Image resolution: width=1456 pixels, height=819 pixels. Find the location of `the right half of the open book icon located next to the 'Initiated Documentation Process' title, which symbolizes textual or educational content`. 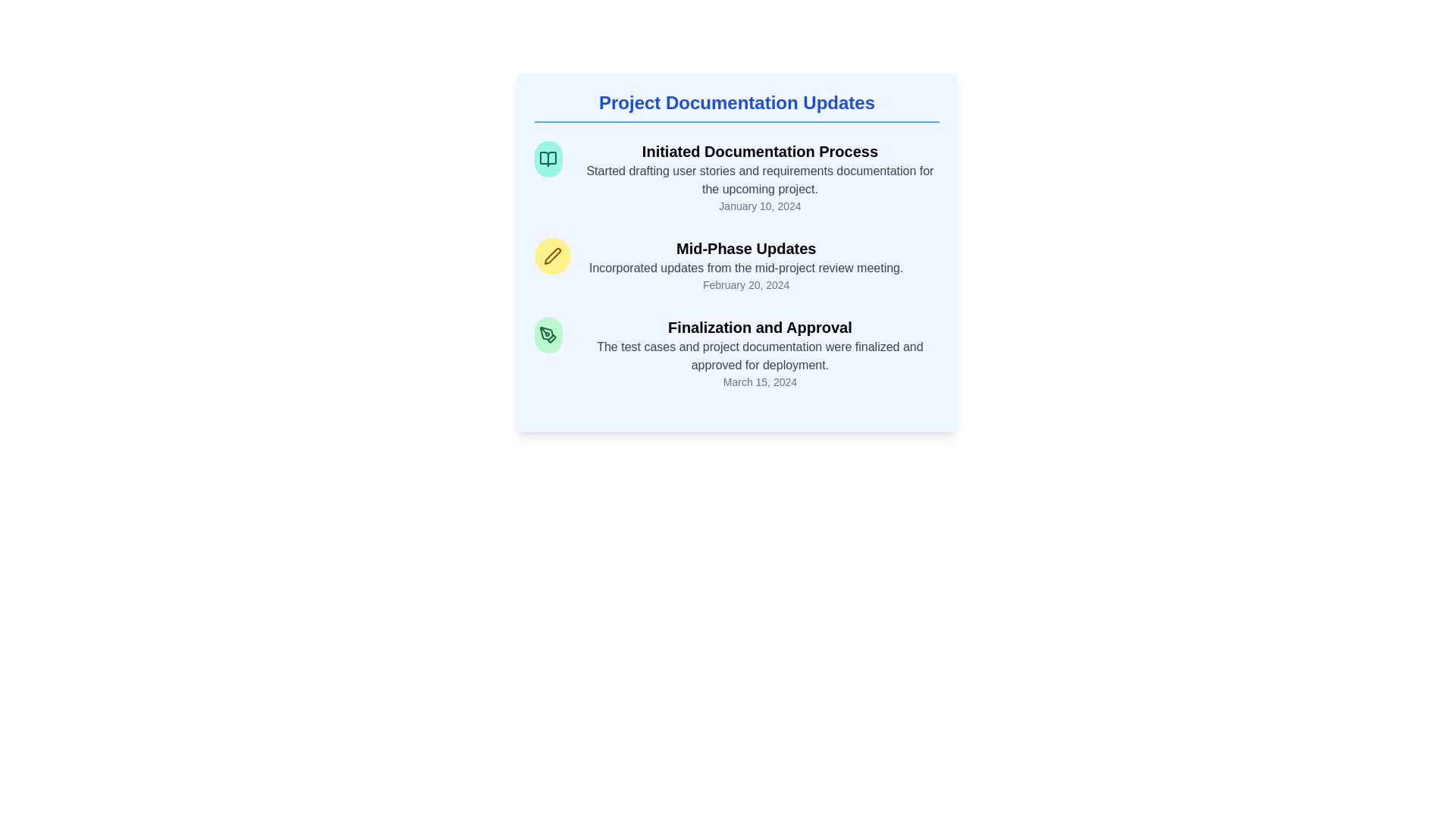

the right half of the open book icon located next to the 'Initiated Documentation Process' title, which symbolizes textual or educational content is located at coordinates (548, 158).